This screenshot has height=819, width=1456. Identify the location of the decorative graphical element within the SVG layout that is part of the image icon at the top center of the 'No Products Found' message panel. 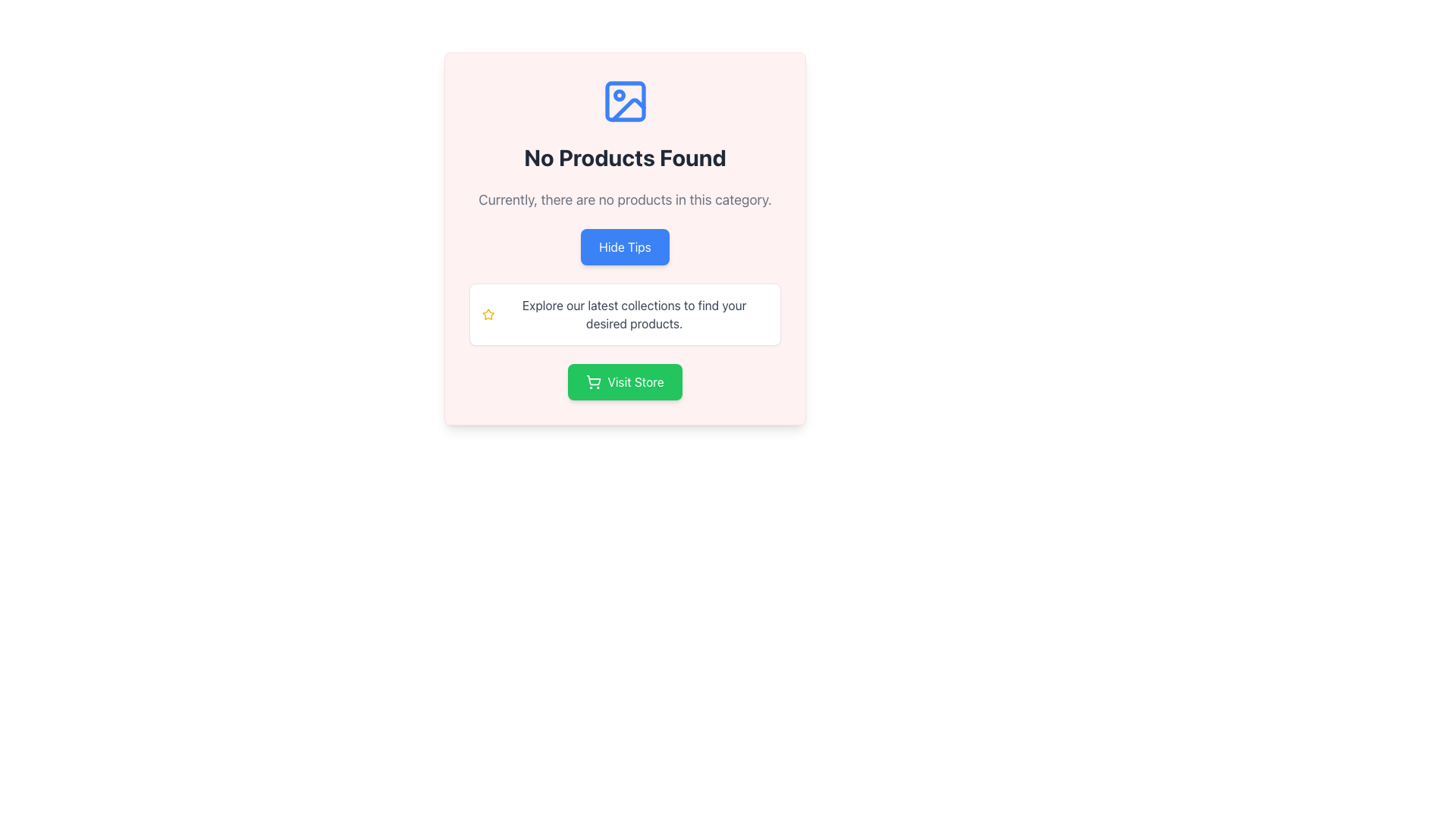
(625, 102).